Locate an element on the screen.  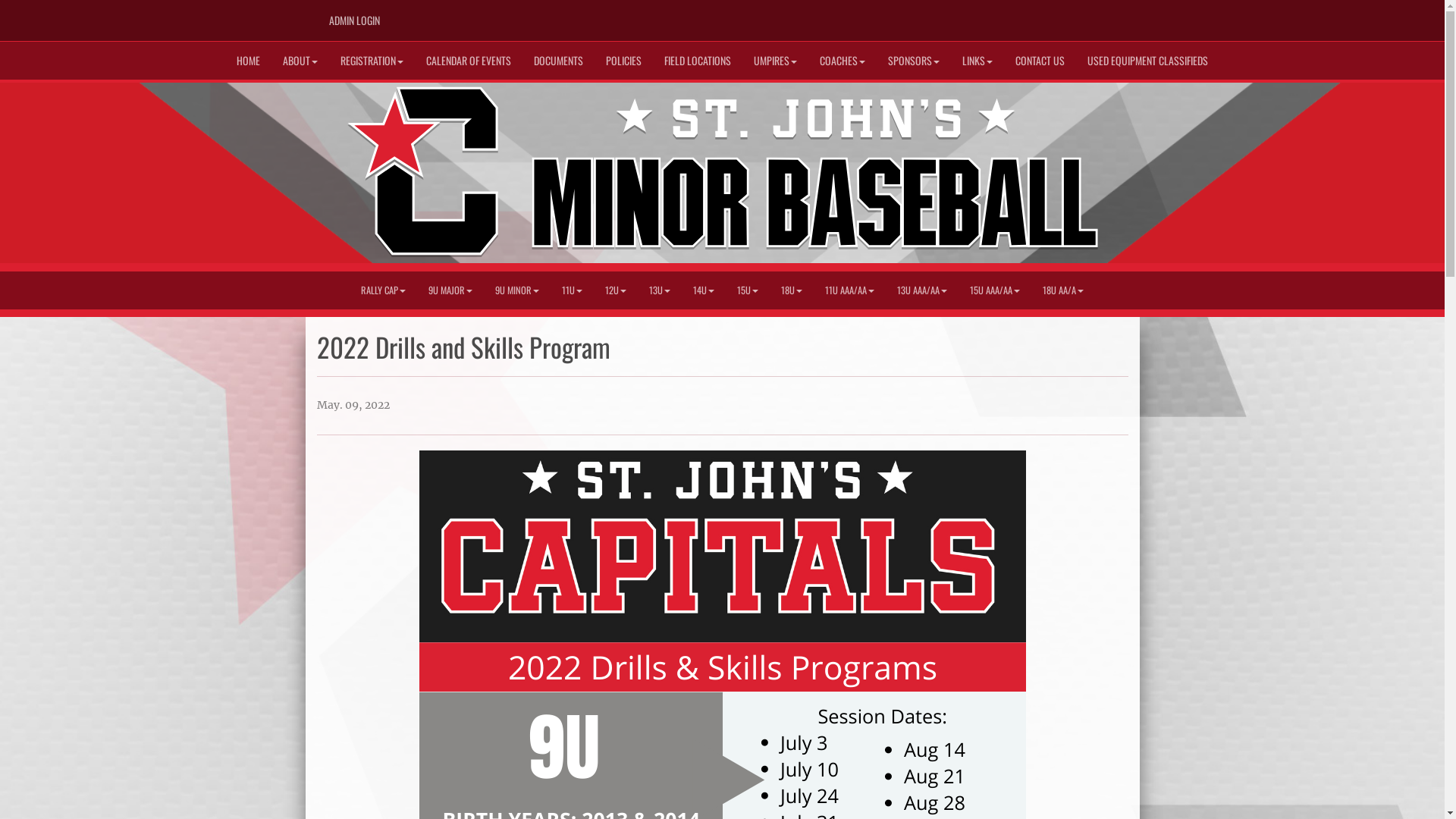
'13U' is located at coordinates (659, 290).